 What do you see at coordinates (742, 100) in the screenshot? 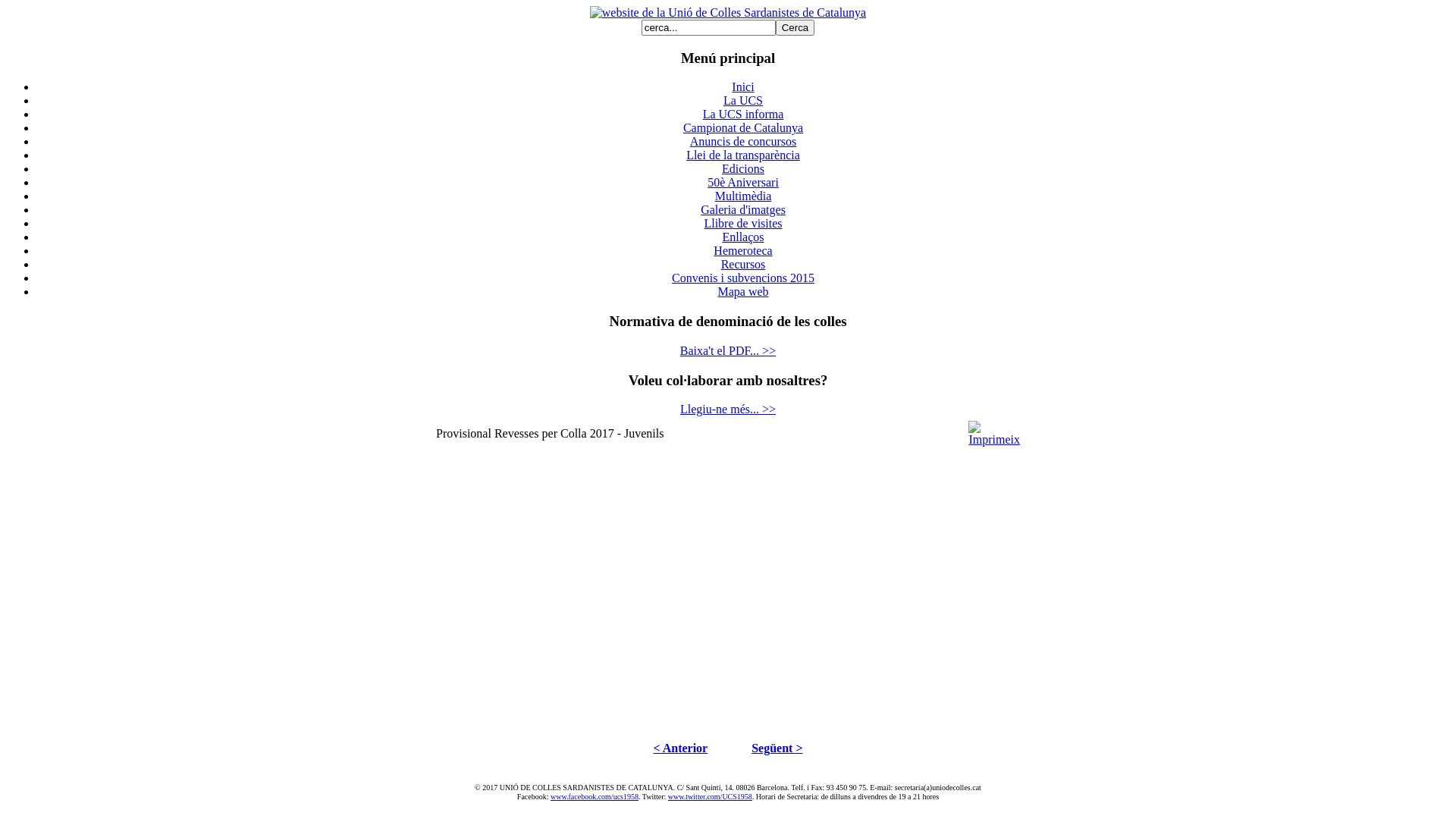
I see `'La UCS'` at bounding box center [742, 100].